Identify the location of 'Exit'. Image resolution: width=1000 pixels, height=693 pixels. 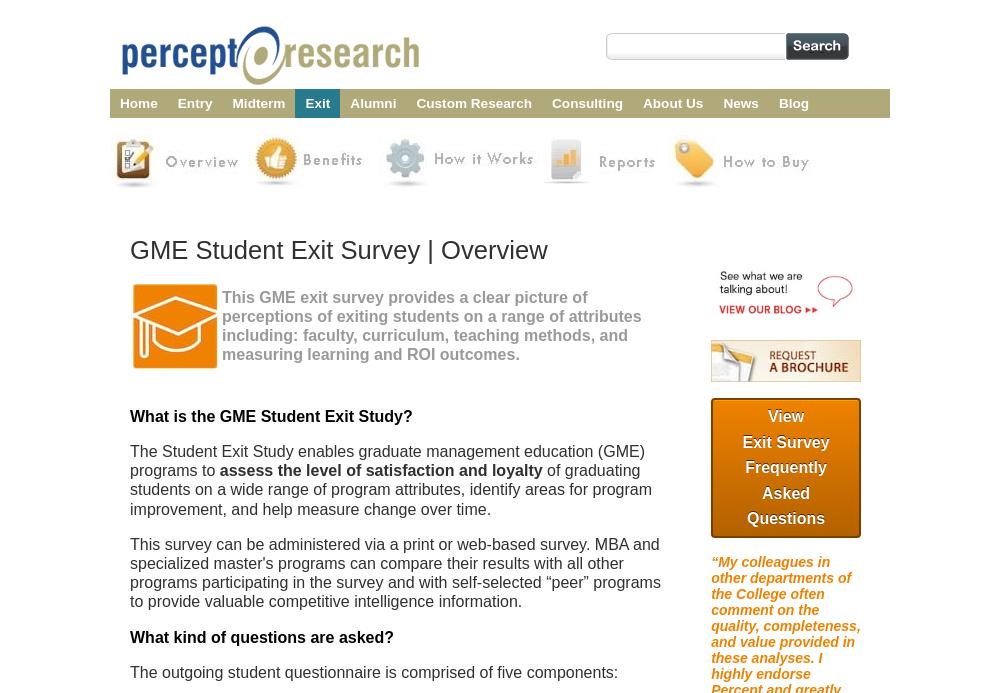
(316, 103).